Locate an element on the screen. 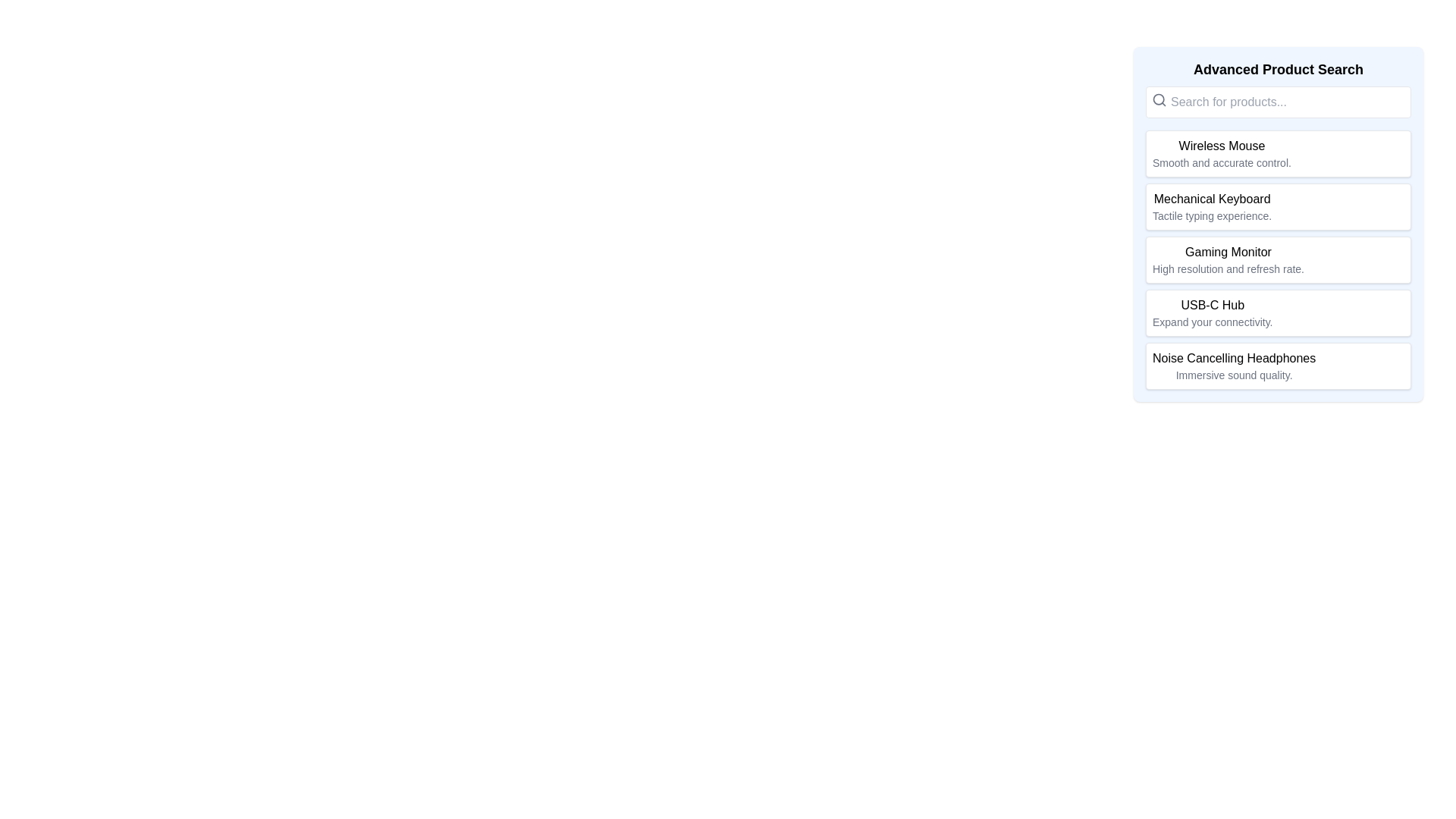  the 'USB-C Hub' title label in the product search list is located at coordinates (1212, 305).